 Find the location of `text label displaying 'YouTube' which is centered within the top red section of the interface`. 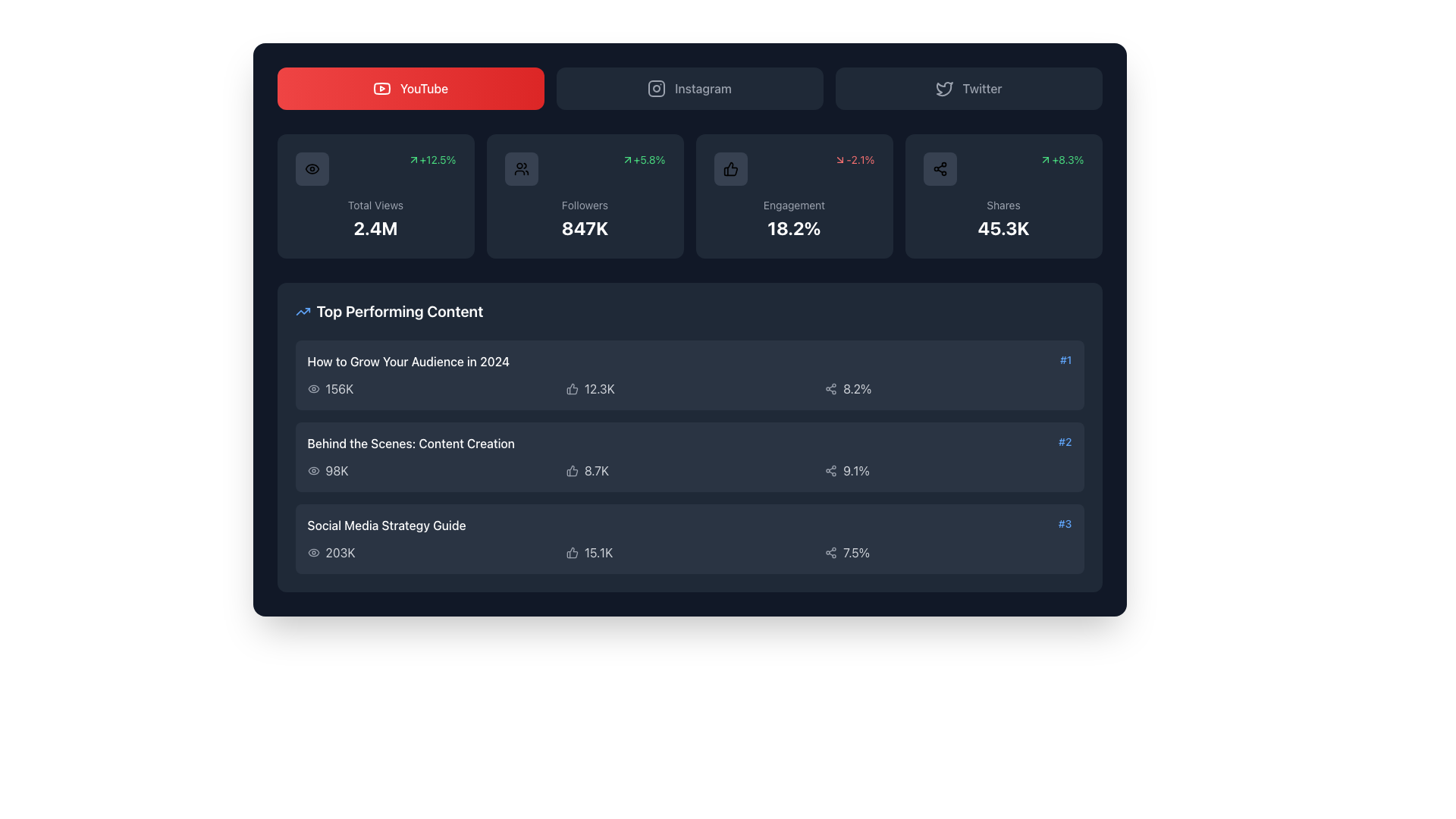

text label displaying 'YouTube' which is centered within the top red section of the interface is located at coordinates (424, 88).